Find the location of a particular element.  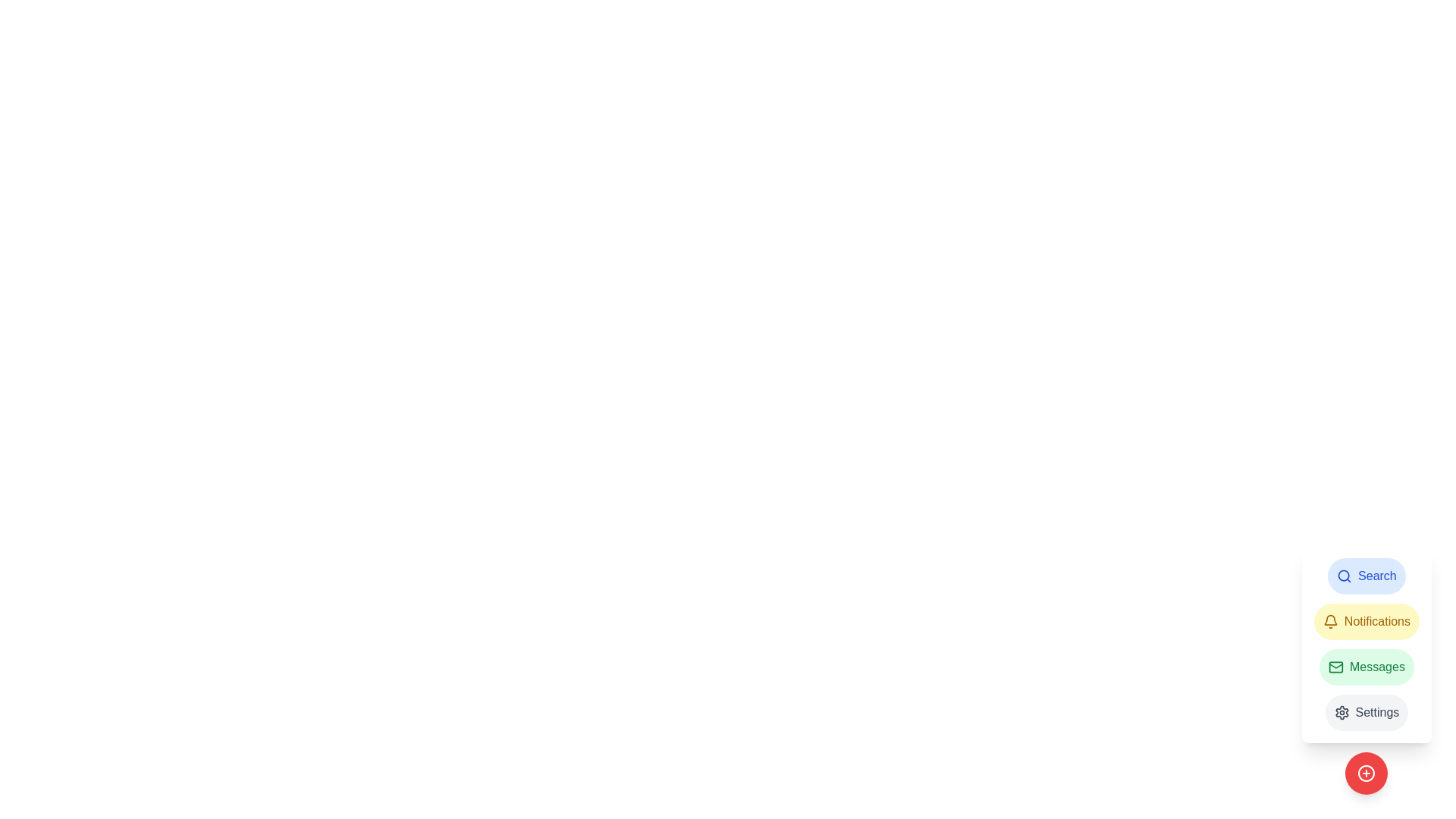

the notifications button, which is the second button in the column of interactive buttons, positioned between the 'Search' button and the 'Messages' button is located at coordinates (1367, 622).